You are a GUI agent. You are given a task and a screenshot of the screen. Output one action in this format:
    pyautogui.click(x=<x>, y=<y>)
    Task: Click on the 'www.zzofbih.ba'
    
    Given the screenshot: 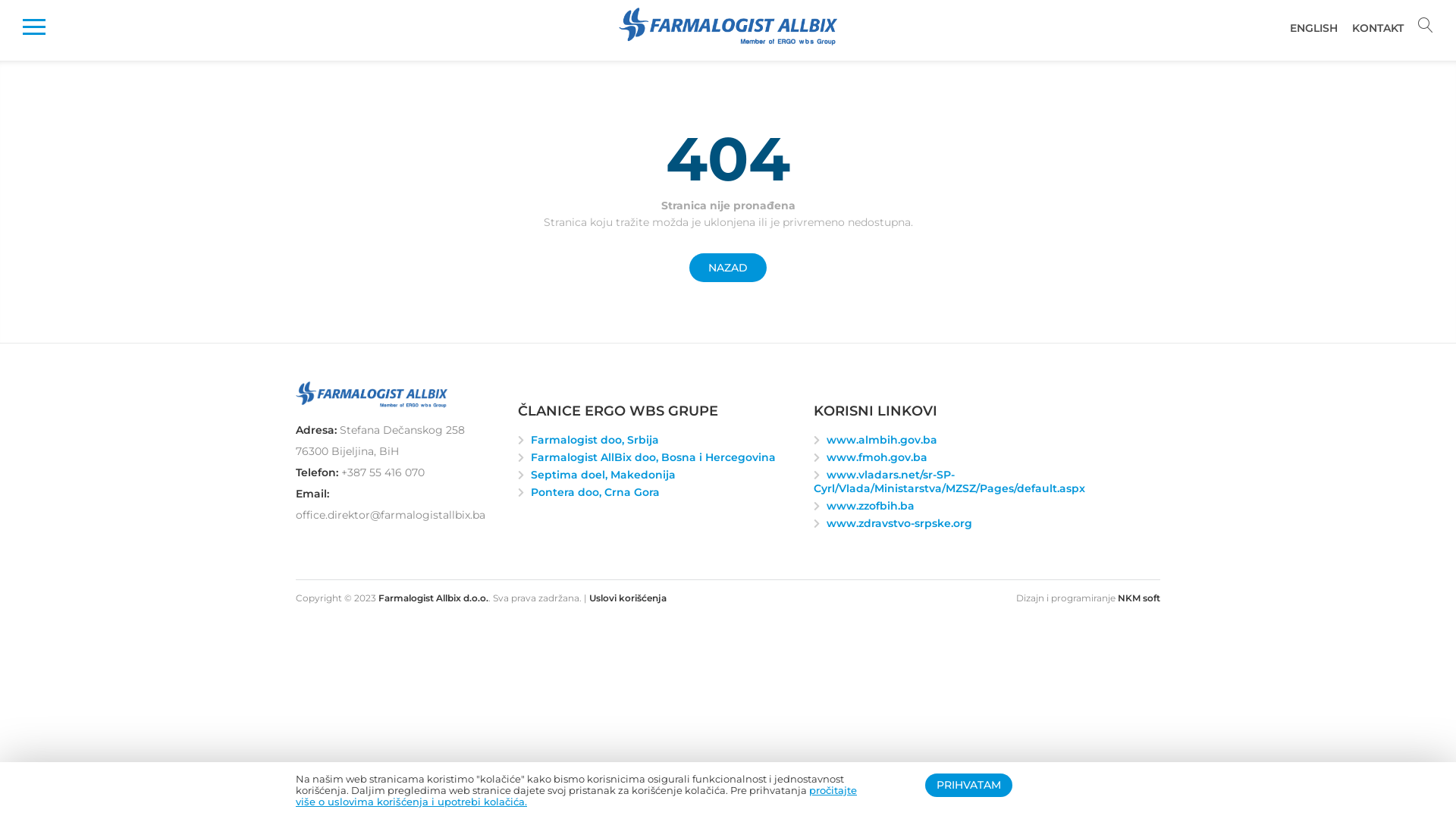 What is the action you would take?
    pyautogui.click(x=870, y=506)
    